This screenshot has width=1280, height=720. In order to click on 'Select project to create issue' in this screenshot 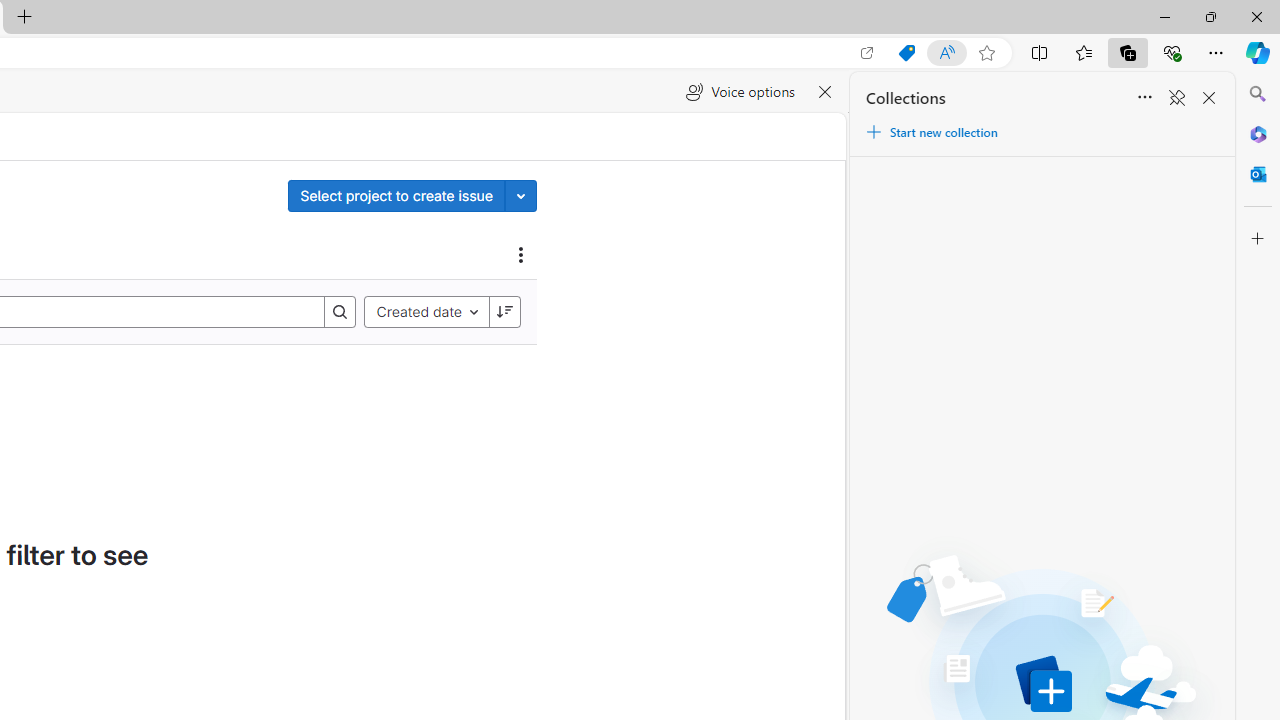, I will do `click(396, 195)`.